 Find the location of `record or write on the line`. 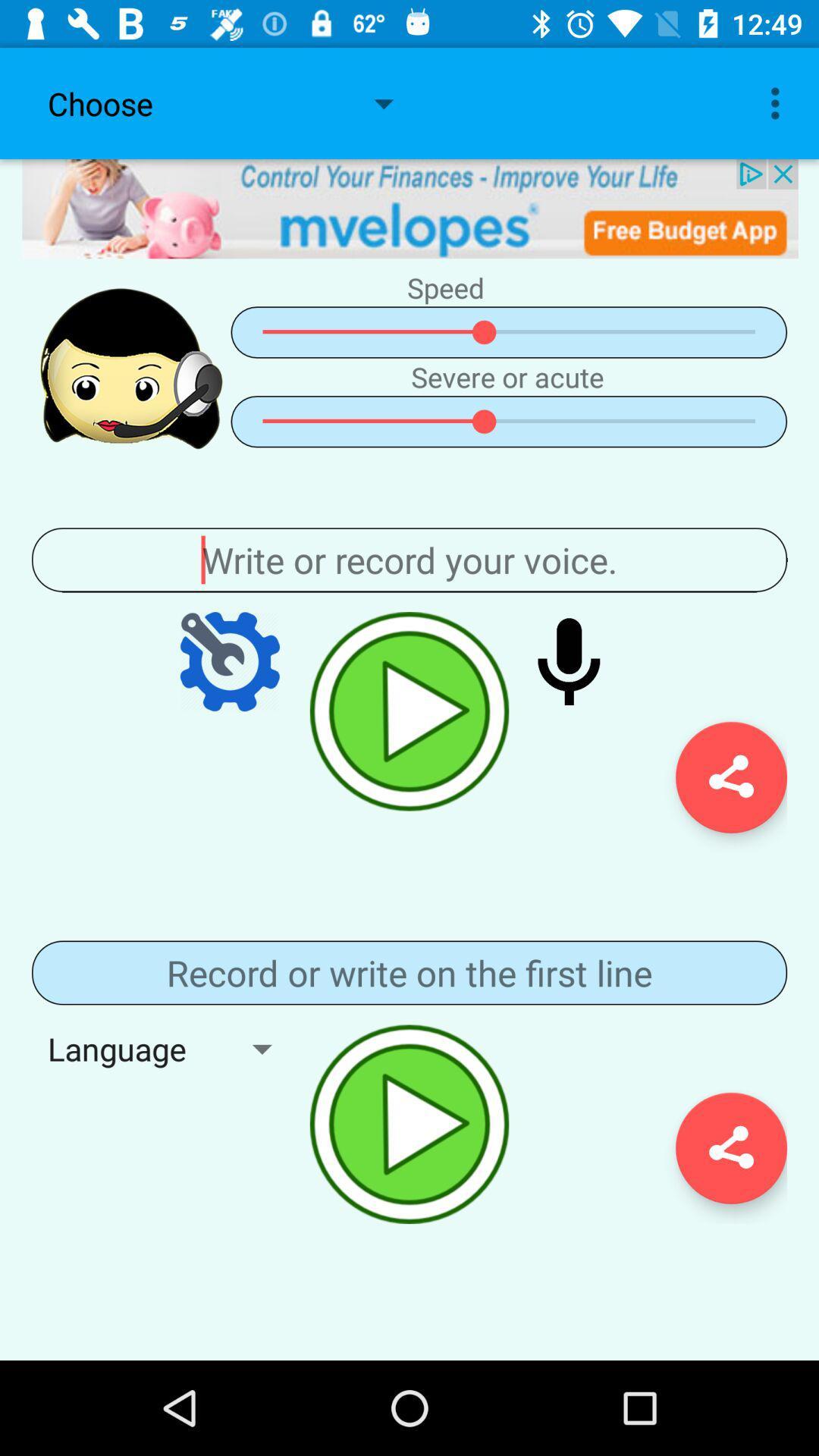

record or write on the line is located at coordinates (409, 972).